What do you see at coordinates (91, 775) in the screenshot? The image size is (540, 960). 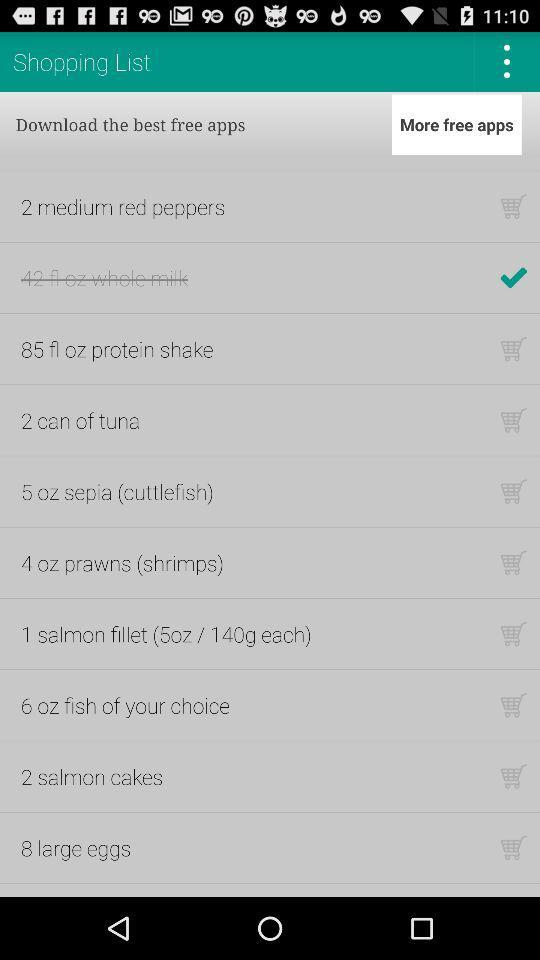 I see `the item below 6 oz fish item` at bounding box center [91, 775].